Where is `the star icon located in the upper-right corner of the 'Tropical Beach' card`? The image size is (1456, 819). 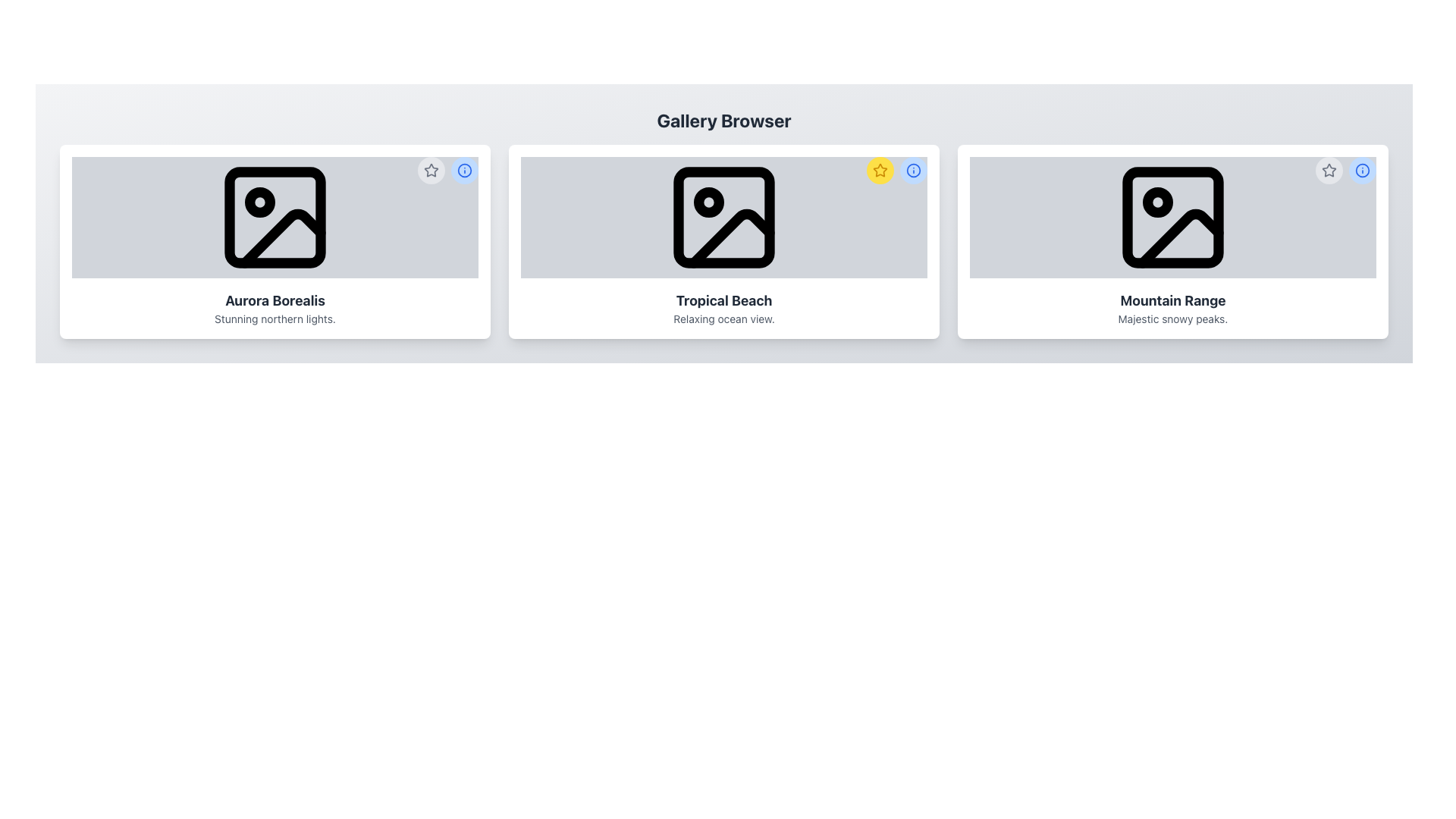
the star icon located in the upper-right corner of the 'Tropical Beach' card is located at coordinates (880, 170).